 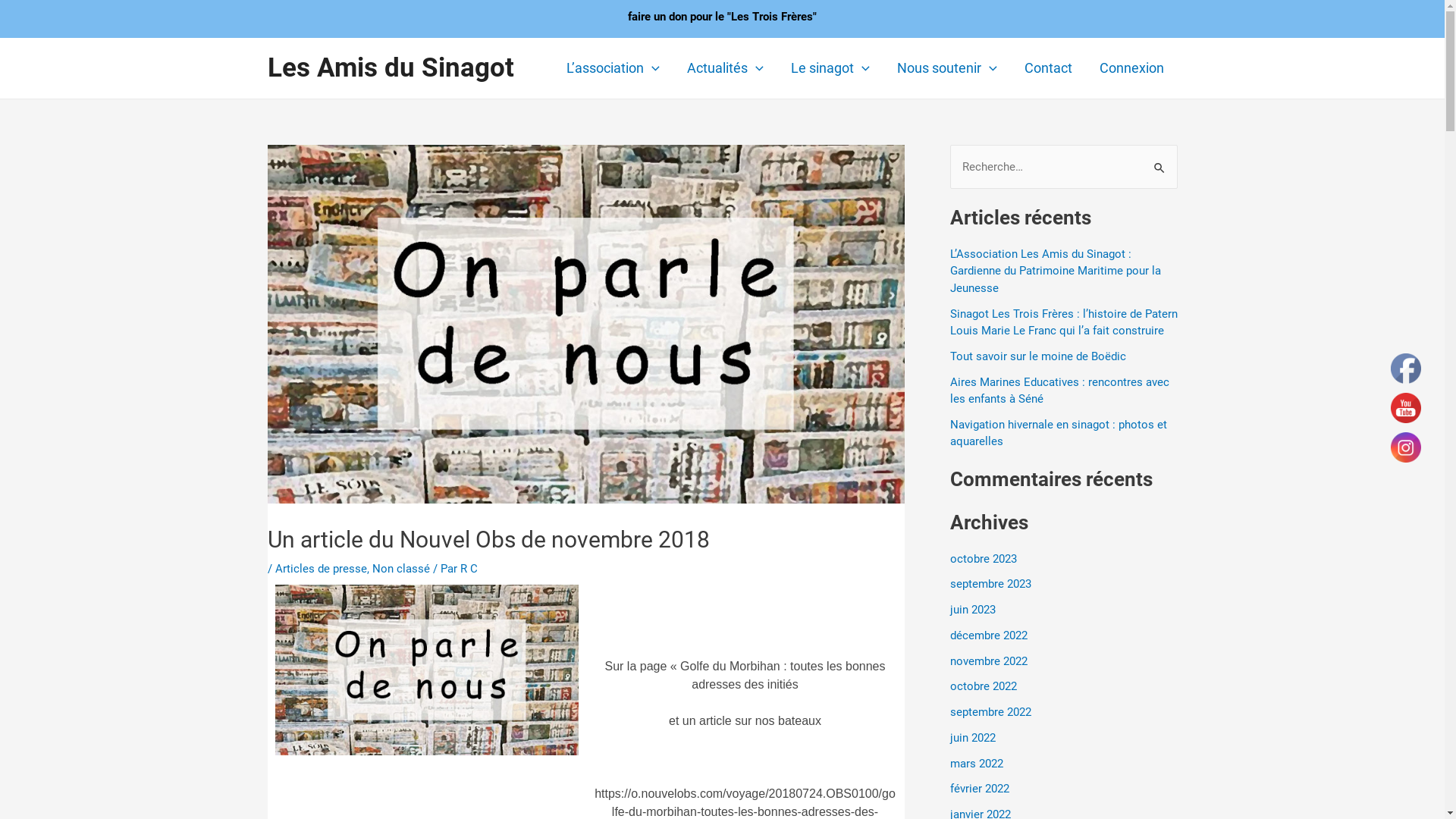 What do you see at coordinates (1057, 433) in the screenshot?
I see `'Navigation hivernale en sinagot : photos et aquarelles'` at bounding box center [1057, 433].